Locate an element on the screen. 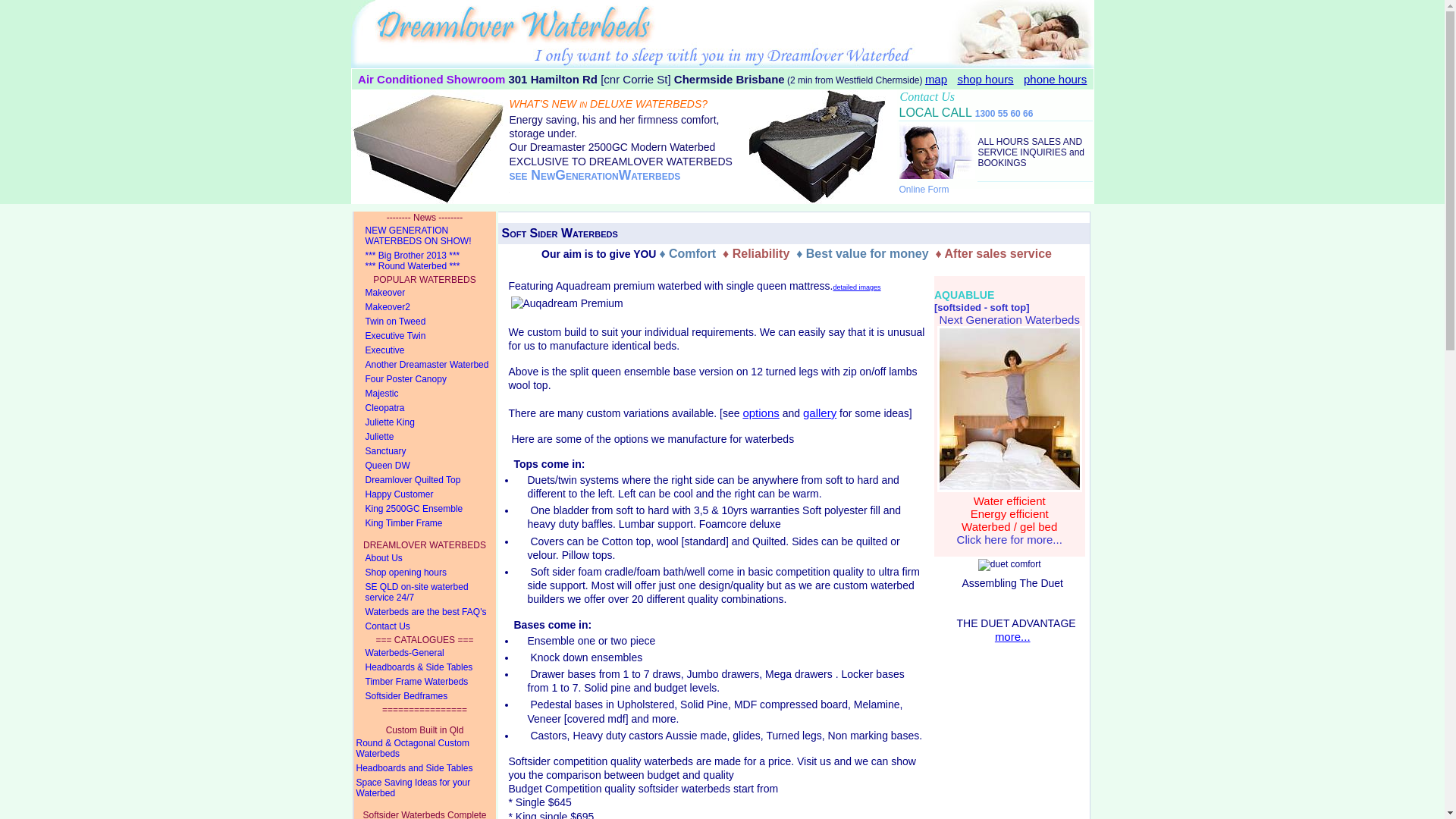  'Dreamlover Quilted Top' is located at coordinates (352, 480).